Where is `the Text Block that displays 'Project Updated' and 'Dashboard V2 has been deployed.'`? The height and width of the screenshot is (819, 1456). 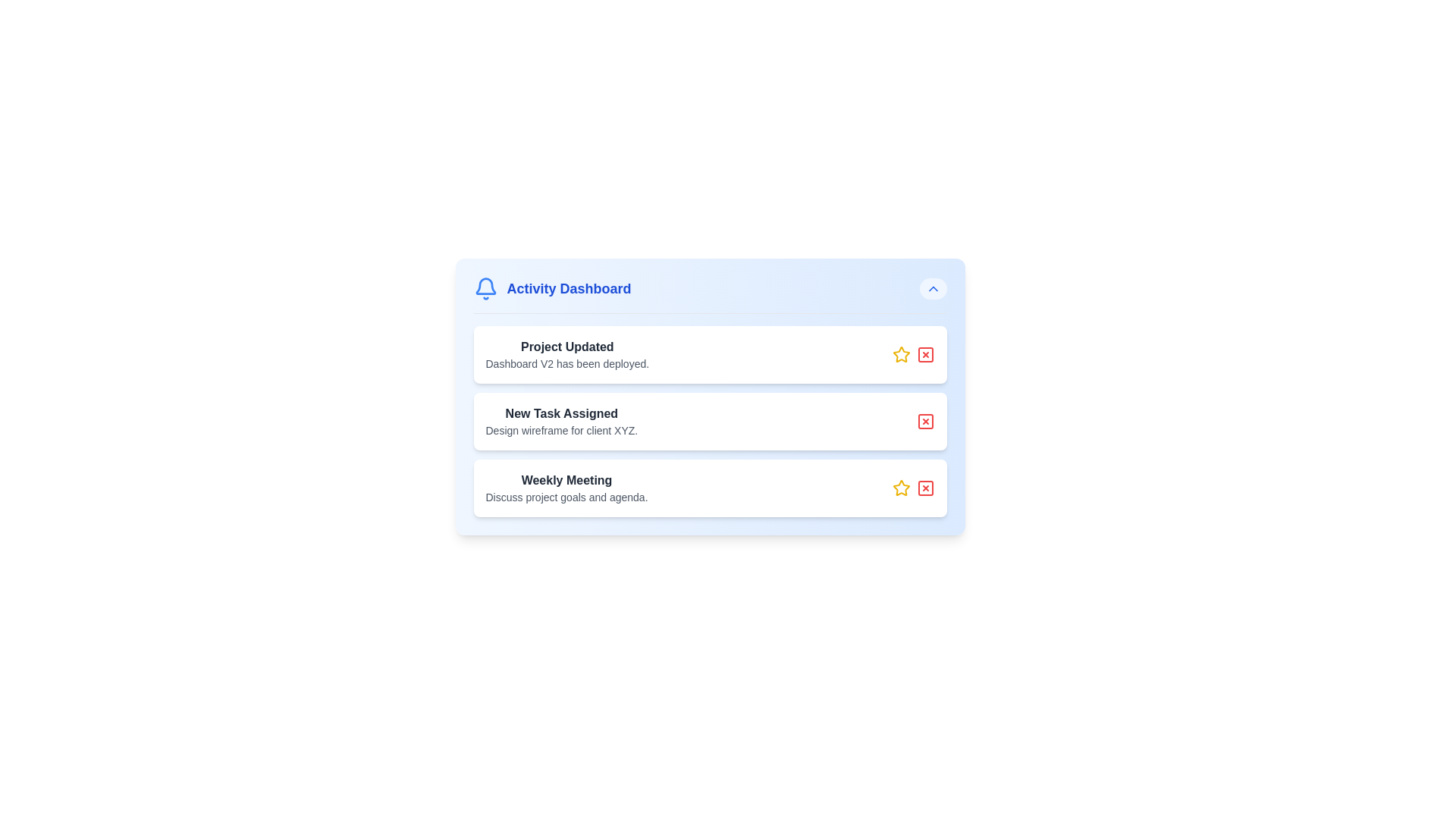 the Text Block that displays 'Project Updated' and 'Dashboard V2 has been deployed.' is located at coordinates (566, 354).